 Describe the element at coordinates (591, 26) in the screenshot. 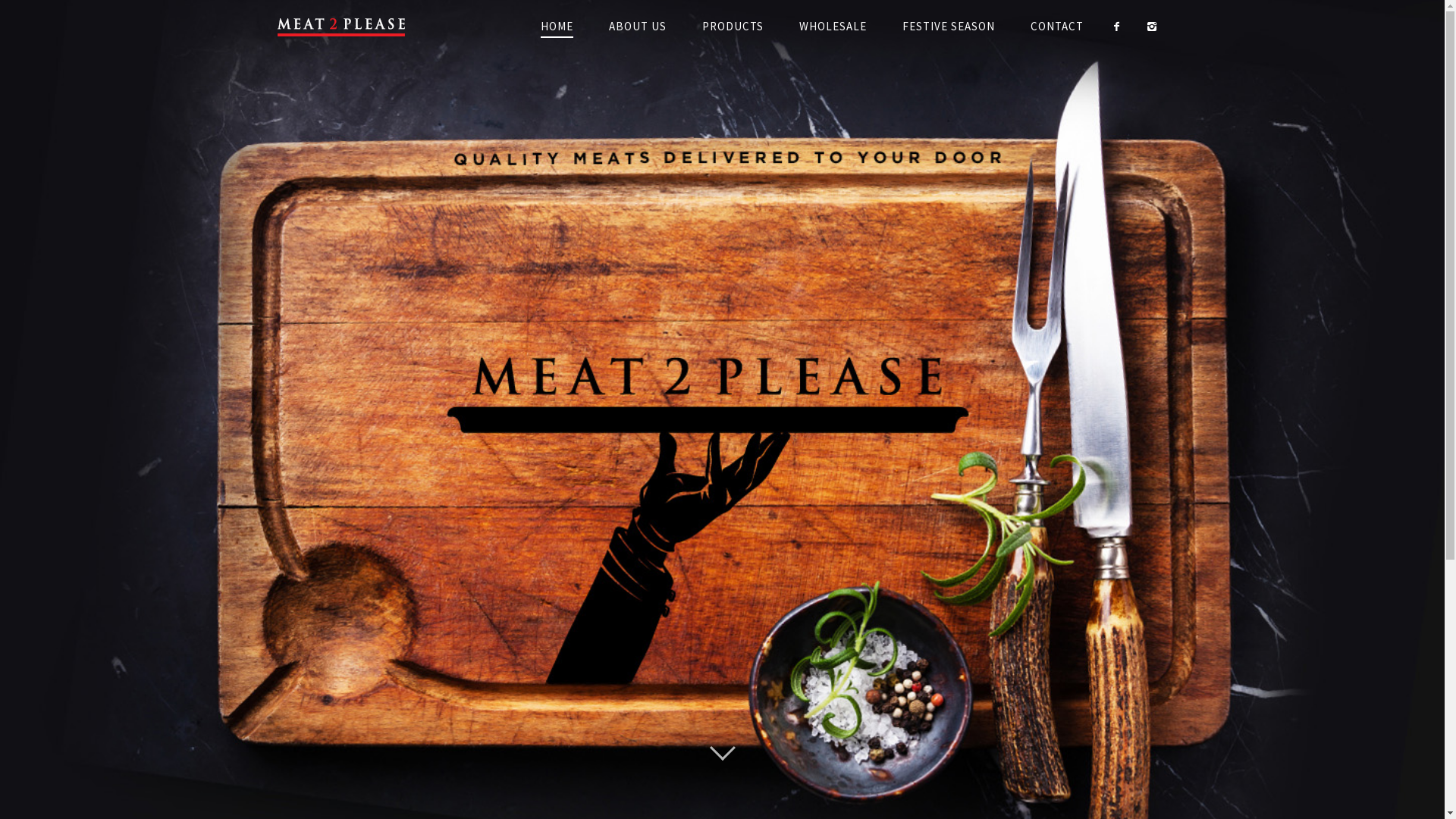

I see `'ABOUT US'` at that location.